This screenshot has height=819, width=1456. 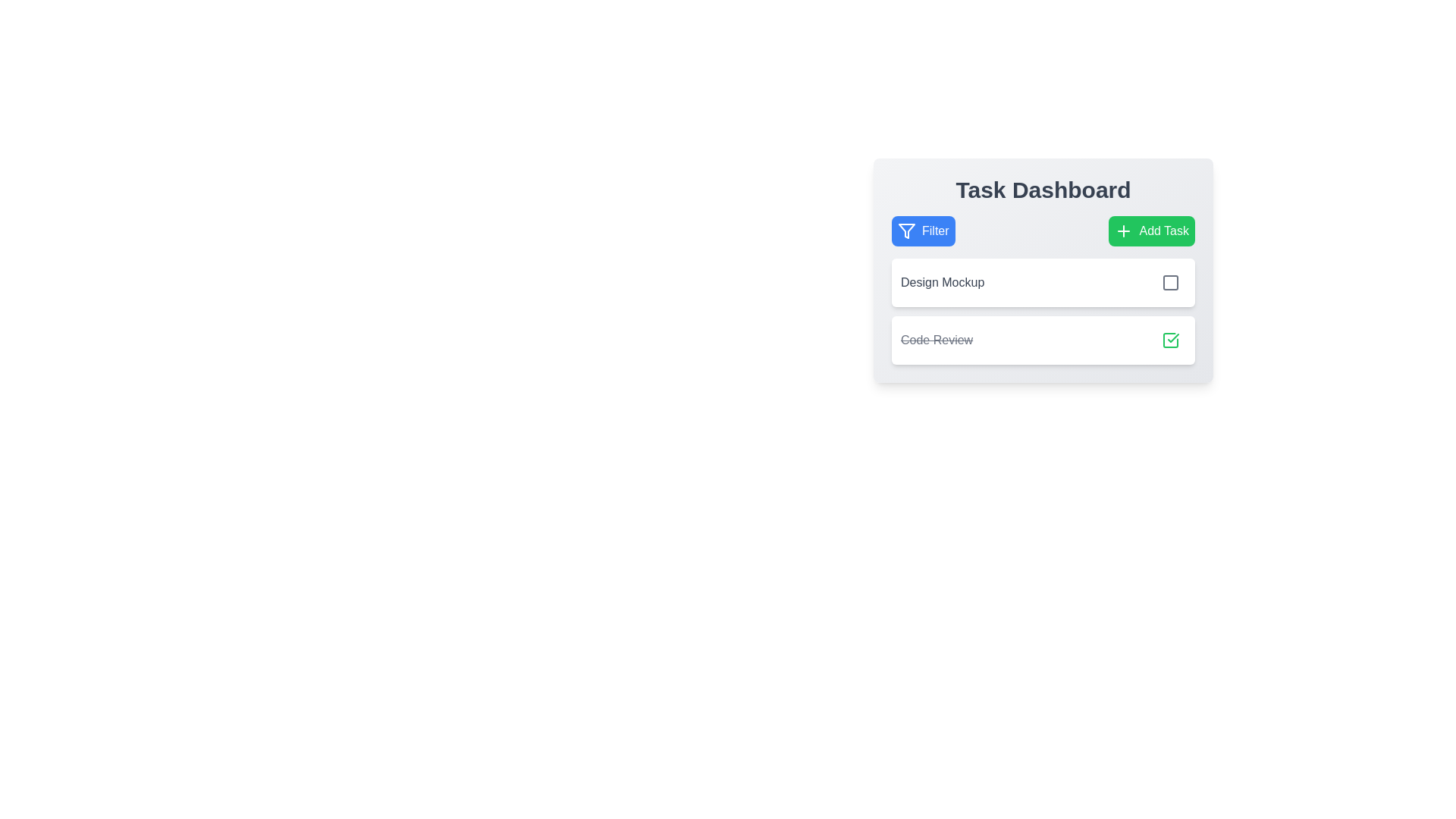 What do you see at coordinates (906, 231) in the screenshot?
I see `the filtering icon located within the 'Filter' button at the top-left corner of the task dashboard` at bounding box center [906, 231].